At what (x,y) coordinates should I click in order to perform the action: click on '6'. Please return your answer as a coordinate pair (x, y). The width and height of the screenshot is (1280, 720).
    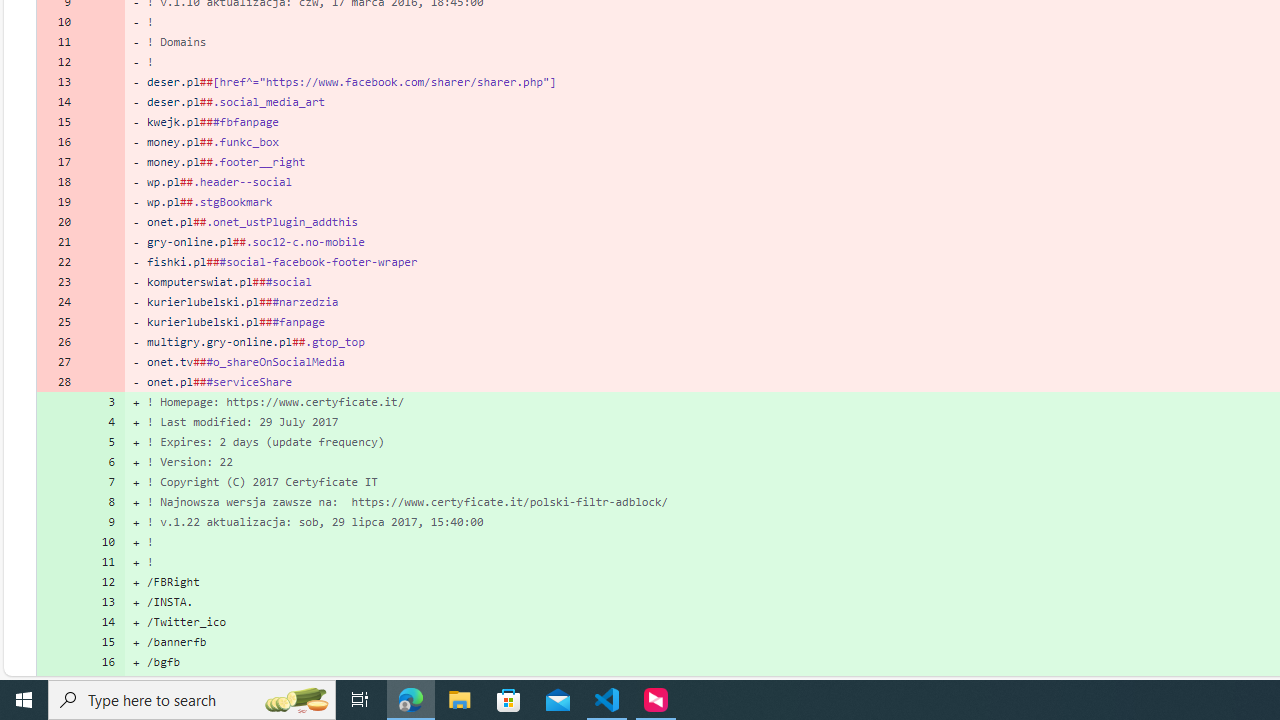
    Looking at the image, I should click on (102, 462).